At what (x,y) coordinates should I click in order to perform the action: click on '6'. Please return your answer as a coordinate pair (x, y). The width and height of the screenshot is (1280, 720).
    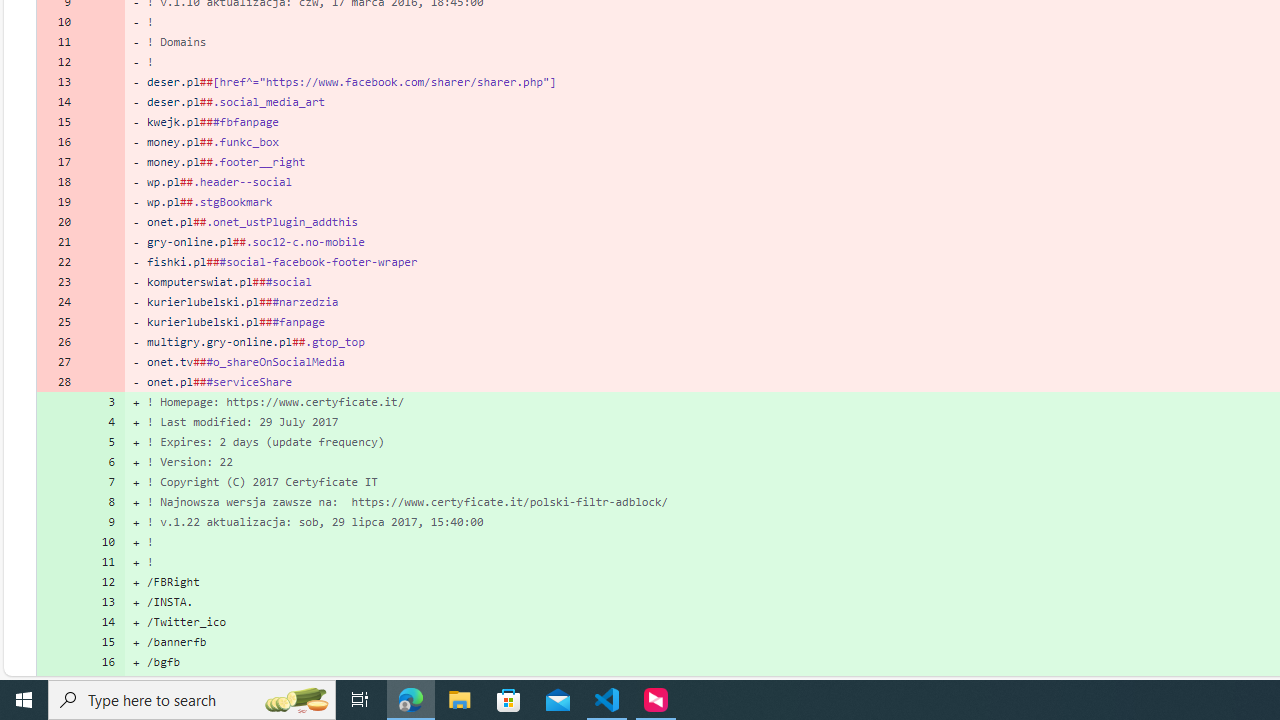
    Looking at the image, I should click on (102, 462).